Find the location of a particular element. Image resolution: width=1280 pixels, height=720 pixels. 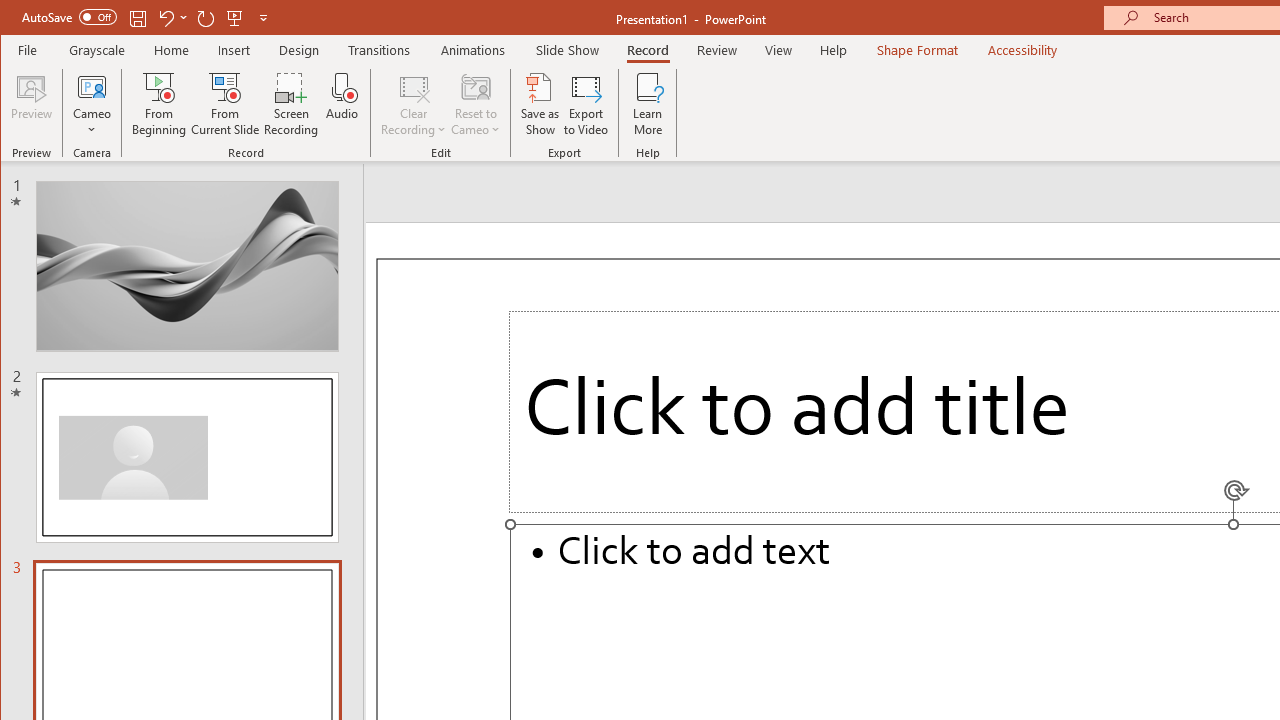

'Export to Video' is located at coordinates (585, 104).